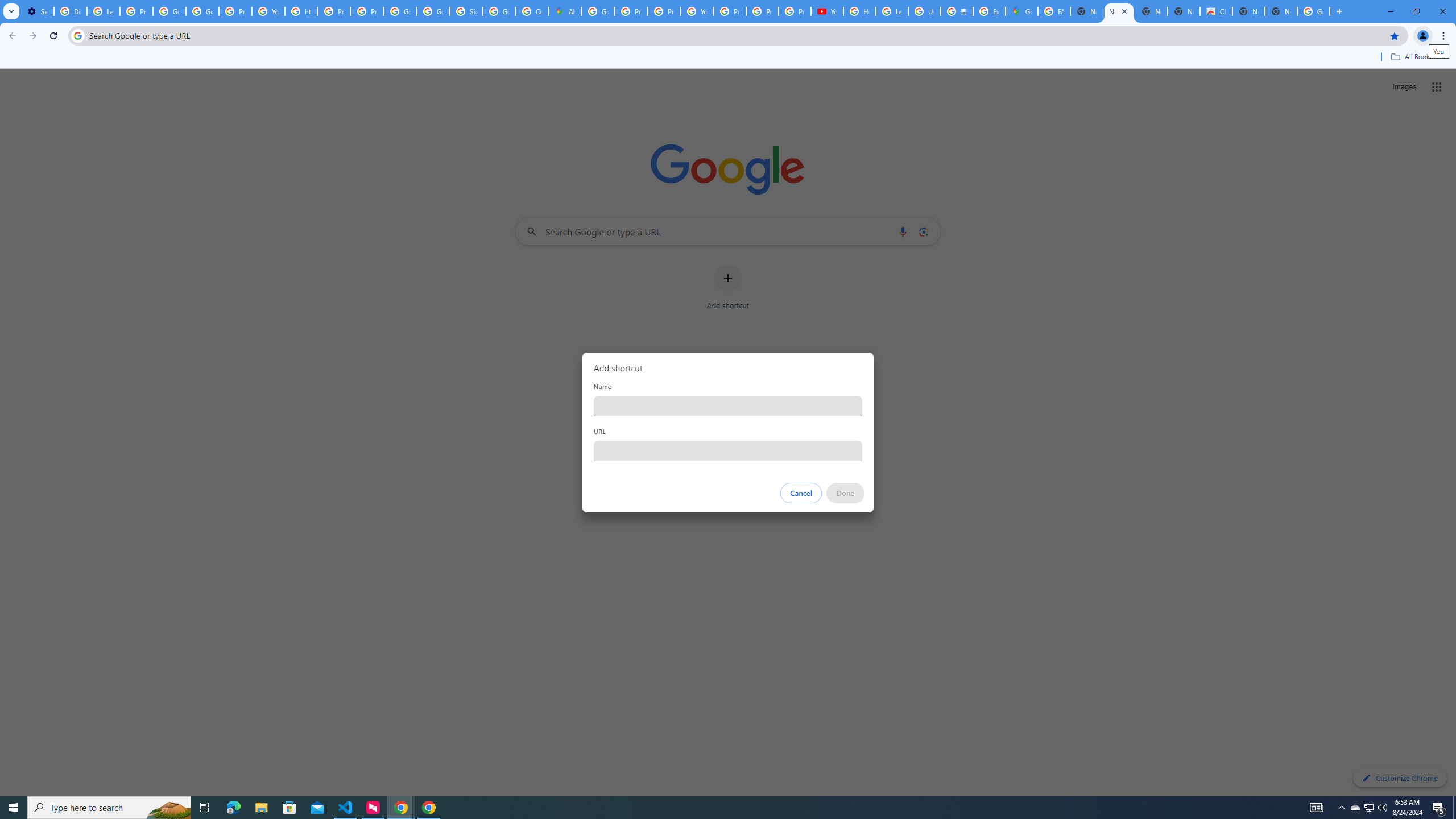 This screenshot has width=1456, height=819. I want to click on 'Google Maps', so click(1020, 11).